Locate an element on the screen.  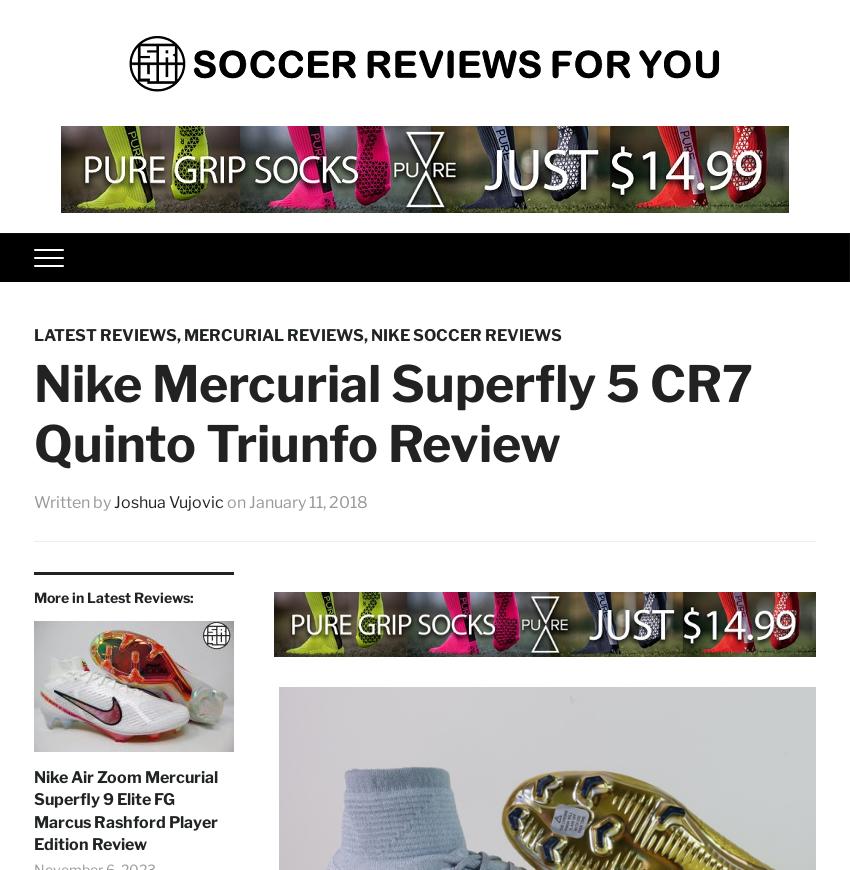
'Nike Air Zoom Mercurial Superfly 9 Elite FG Marcus Rashford Player Edition Review' is located at coordinates (124, 809).